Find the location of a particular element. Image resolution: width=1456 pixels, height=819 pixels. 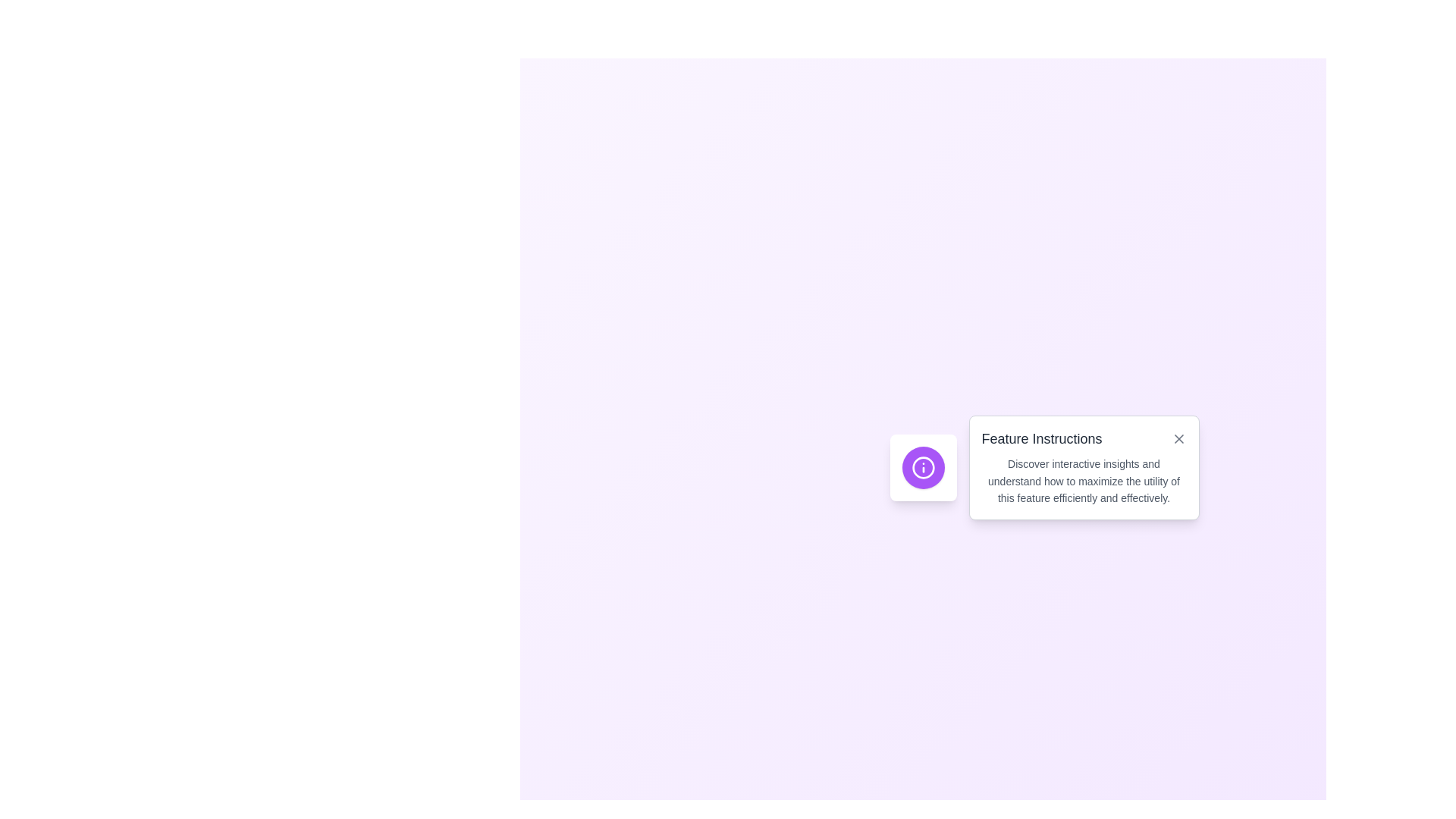

the close button located at the top-right corner of the 'Feature Instructions' card is located at coordinates (1178, 438).